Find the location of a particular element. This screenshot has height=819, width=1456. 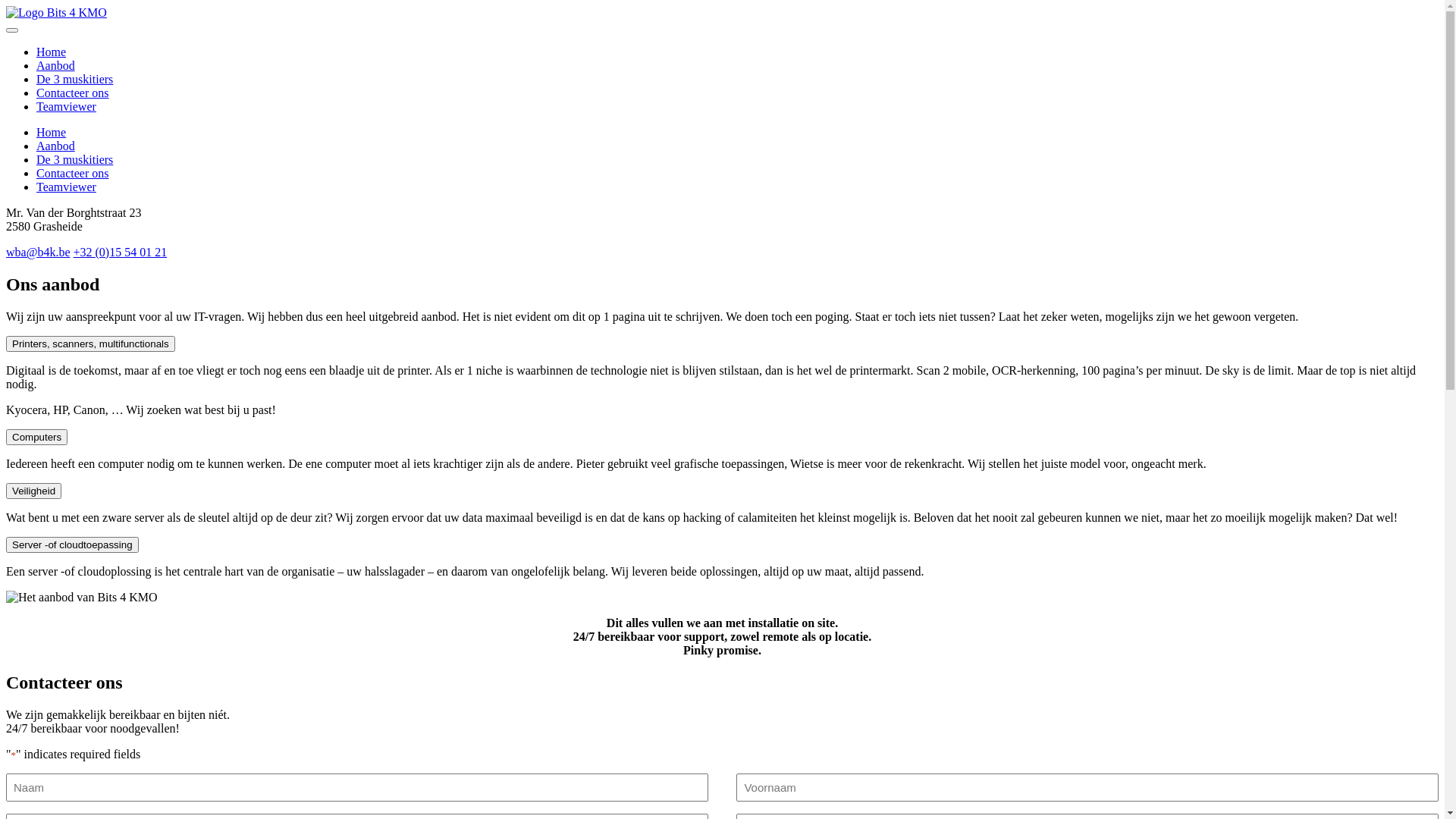

'Contacteer ons' is located at coordinates (72, 172).